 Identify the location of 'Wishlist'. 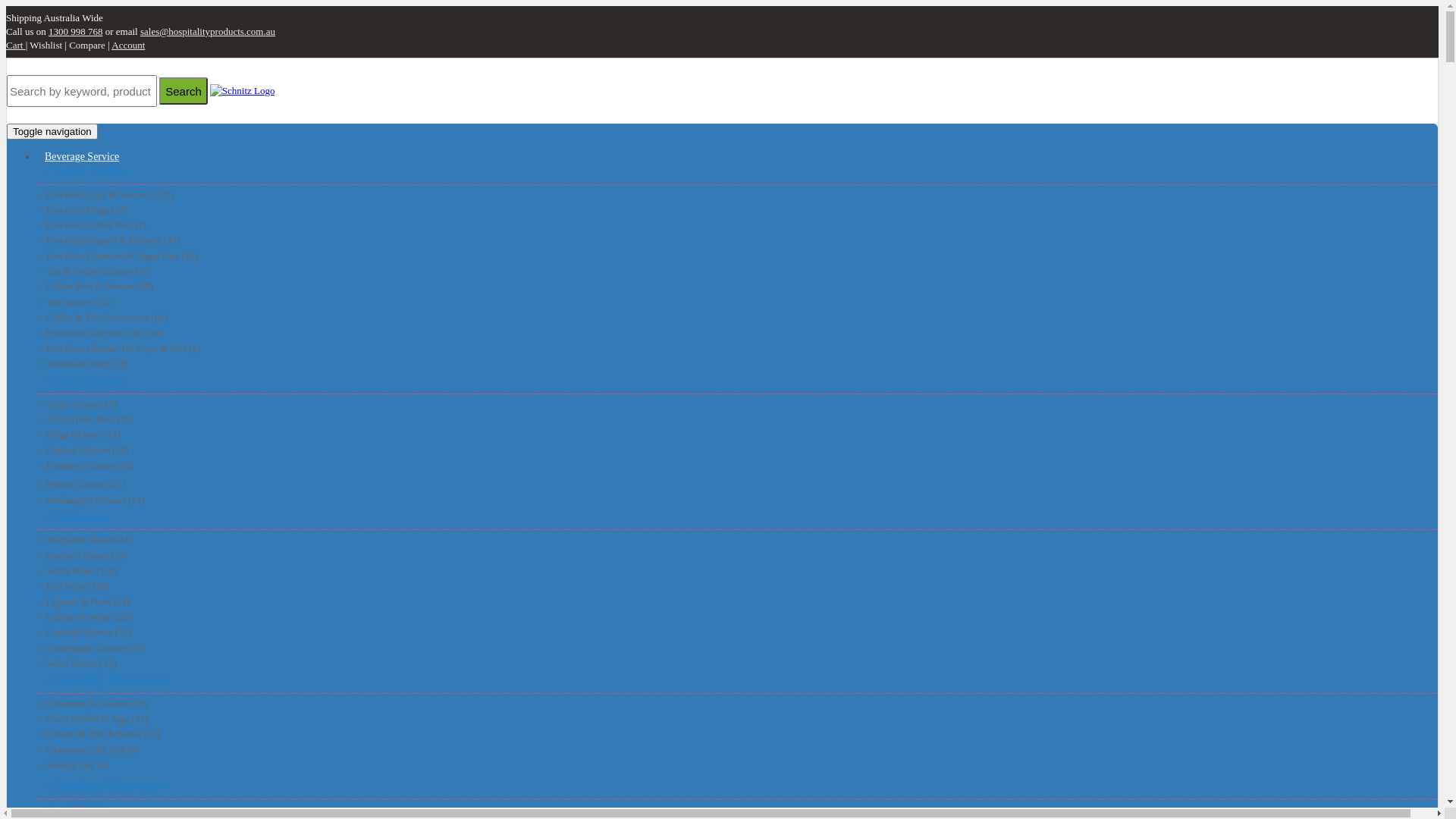
(47, 44).